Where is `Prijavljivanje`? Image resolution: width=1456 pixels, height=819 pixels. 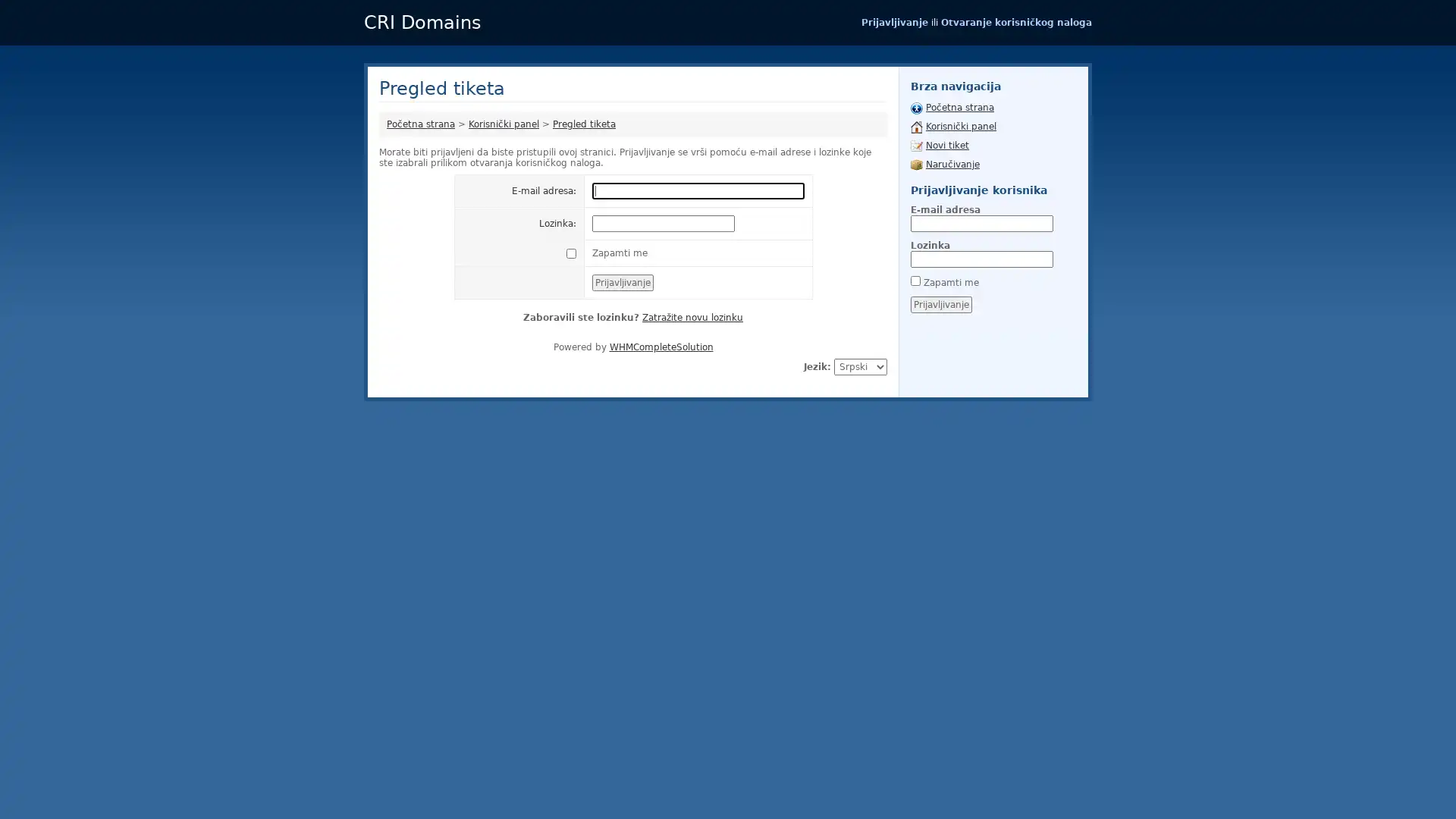
Prijavljivanje is located at coordinates (940, 304).